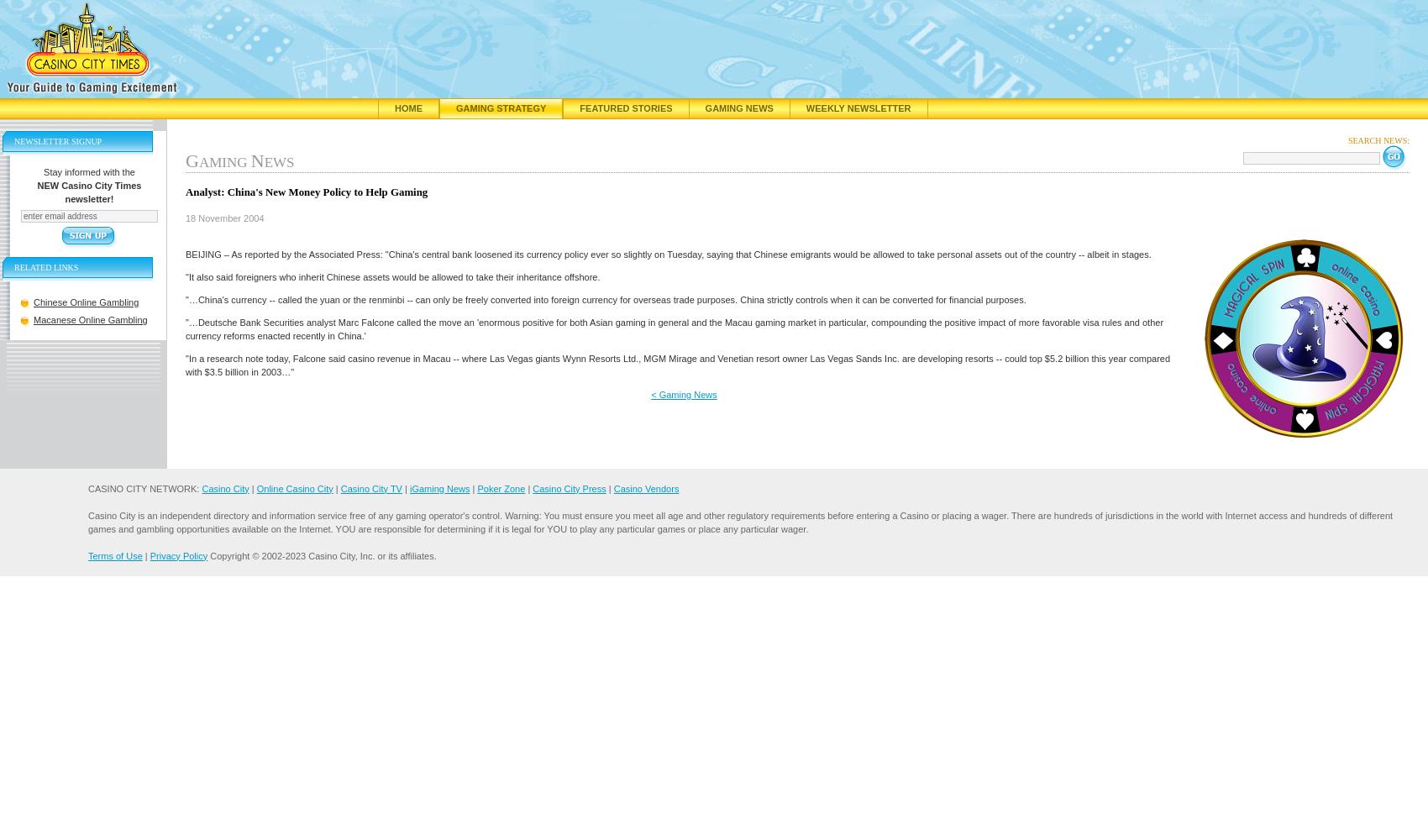 Image resolution: width=1428 pixels, height=840 pixels. I want to click on 'Casino City is an independent directory and information service free of any gaming operator's control.
			Warning: You must ensure you meet all age and other regulatory requirements before entering a
			Casino or placing a wager.  There are hundreds of jurisdictions in the world with Internet access and
			hundreds of different games and gambling opportunities available on the Internet.
			YOU are responsible for determining if it is legal for YOU to play any particular games or place any
			particular wager.', so click(740, 521).